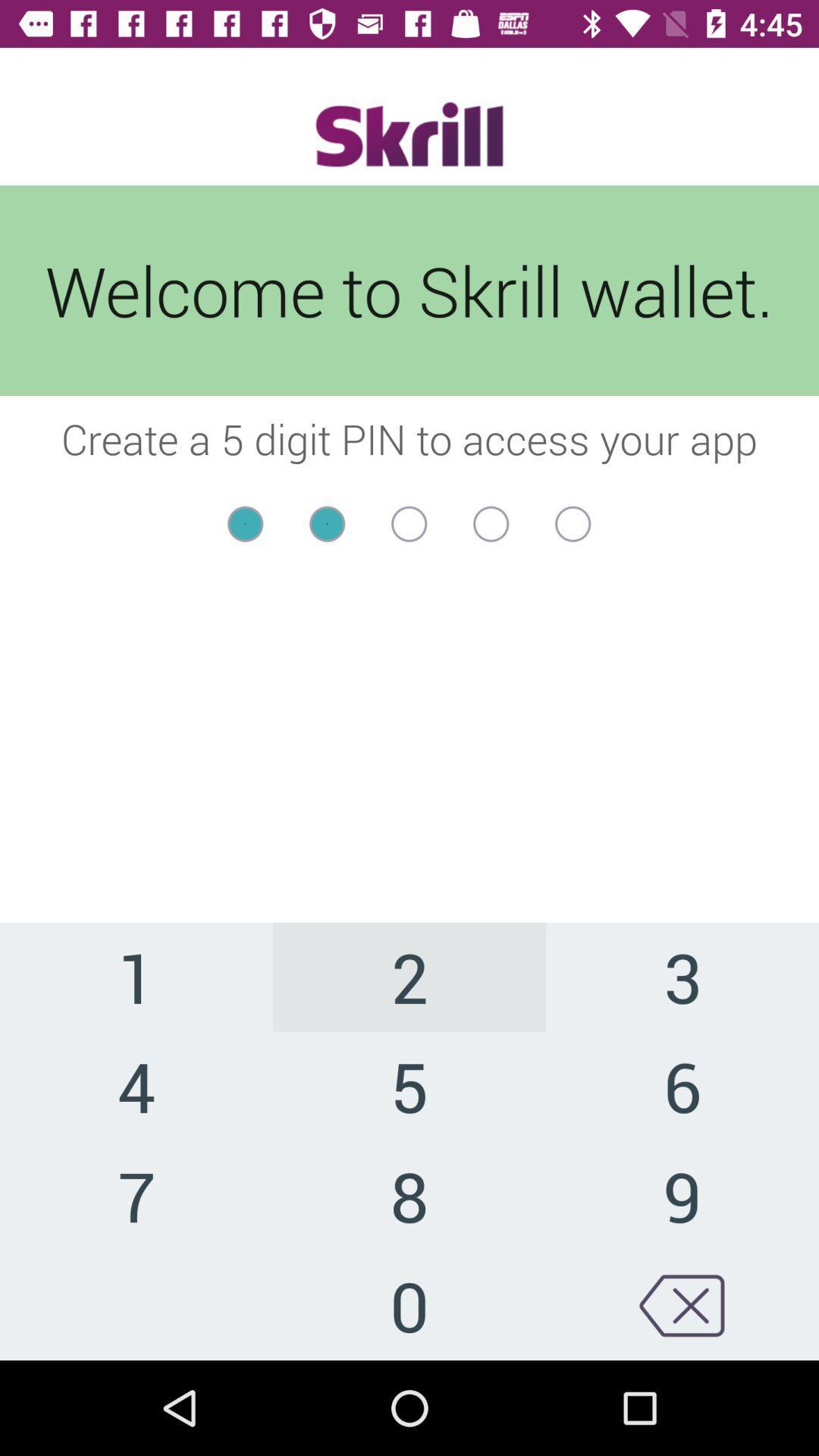 This screenshot has height=1456, width=819. I want to click on click backspace, so click(681, 1304).